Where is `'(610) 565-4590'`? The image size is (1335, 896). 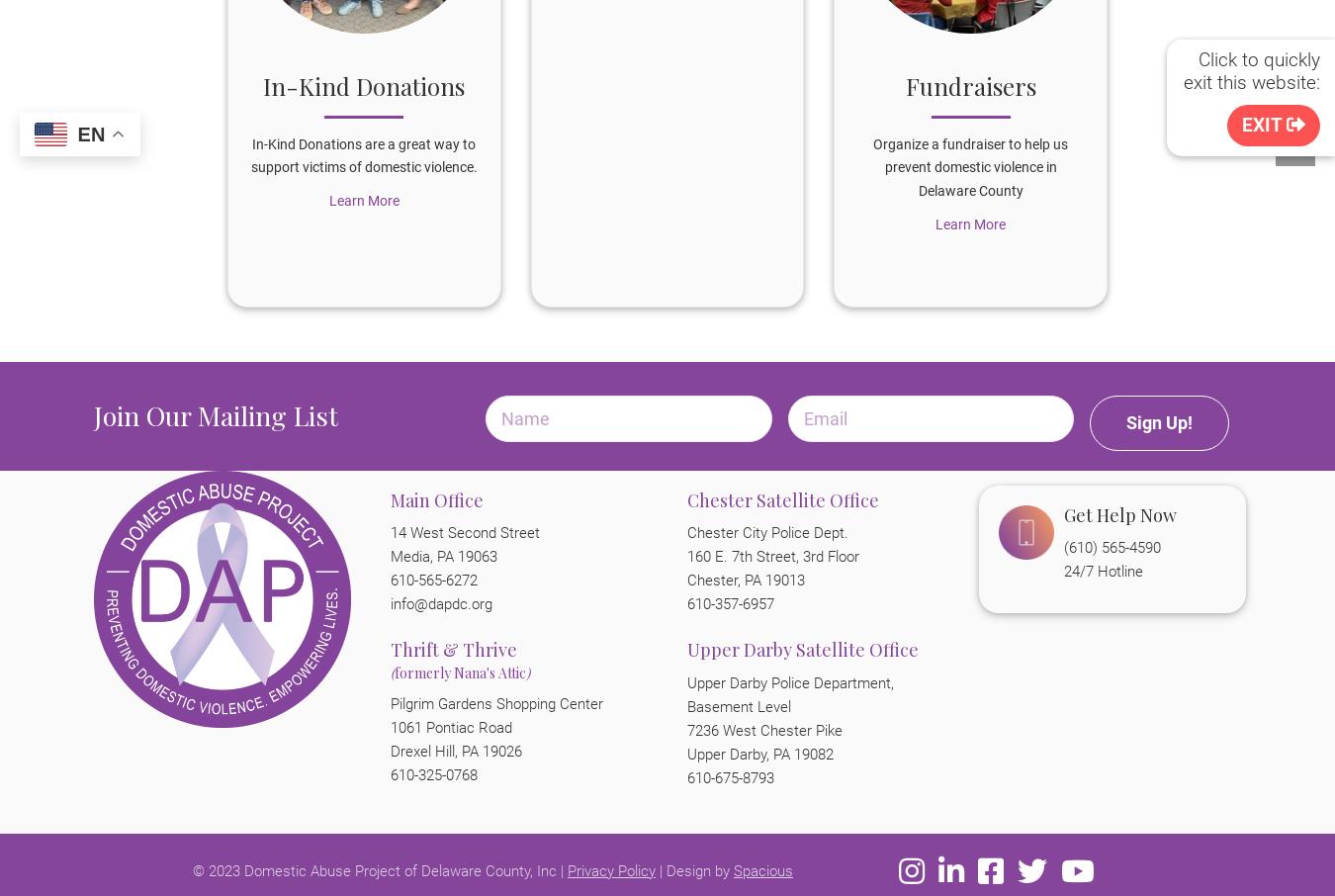 '(610) 565-4590' is located at coordinates (1112, 547).